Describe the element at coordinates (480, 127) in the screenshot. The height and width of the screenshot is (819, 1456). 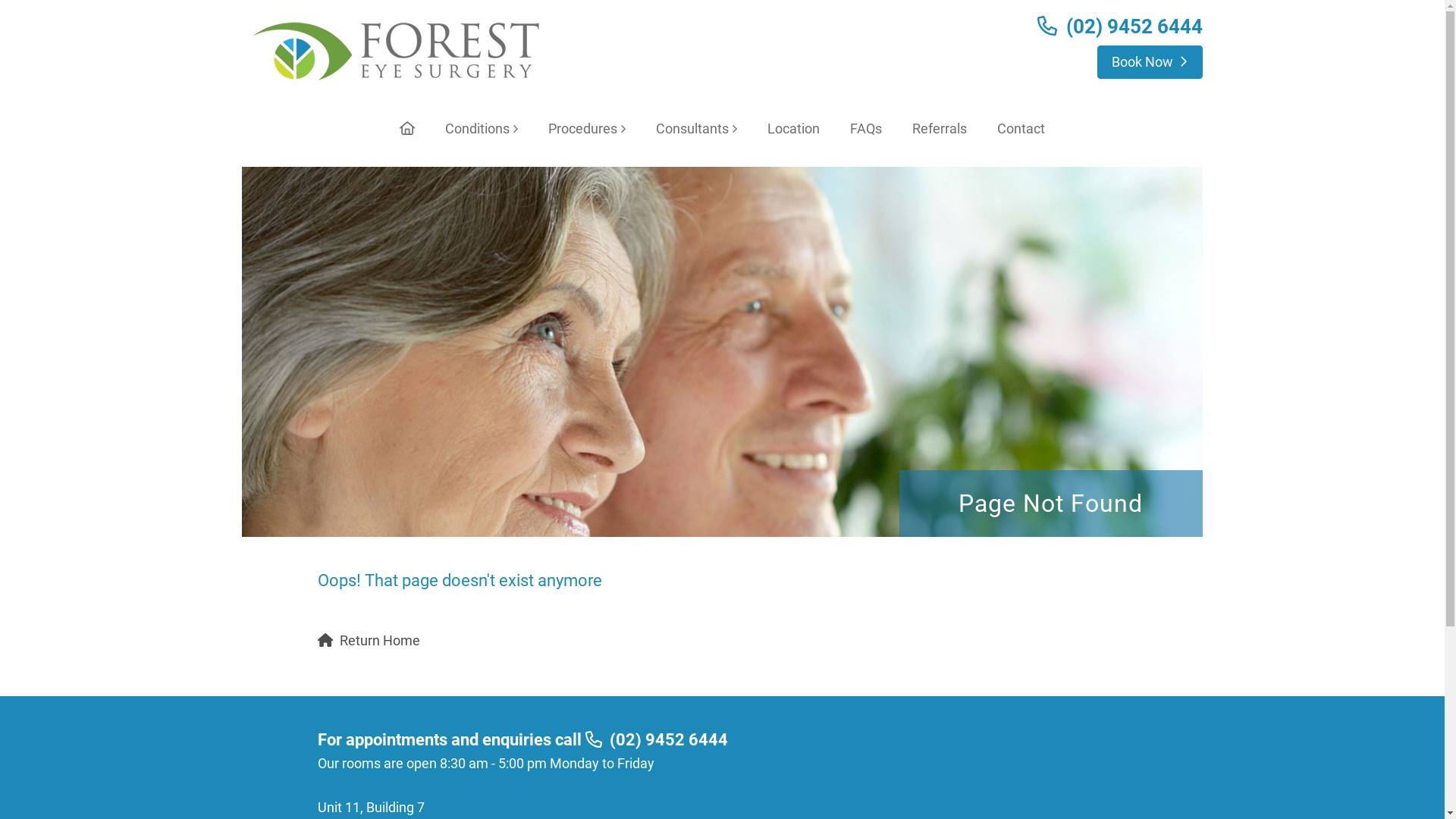
I see `'Conditions'` at that location.